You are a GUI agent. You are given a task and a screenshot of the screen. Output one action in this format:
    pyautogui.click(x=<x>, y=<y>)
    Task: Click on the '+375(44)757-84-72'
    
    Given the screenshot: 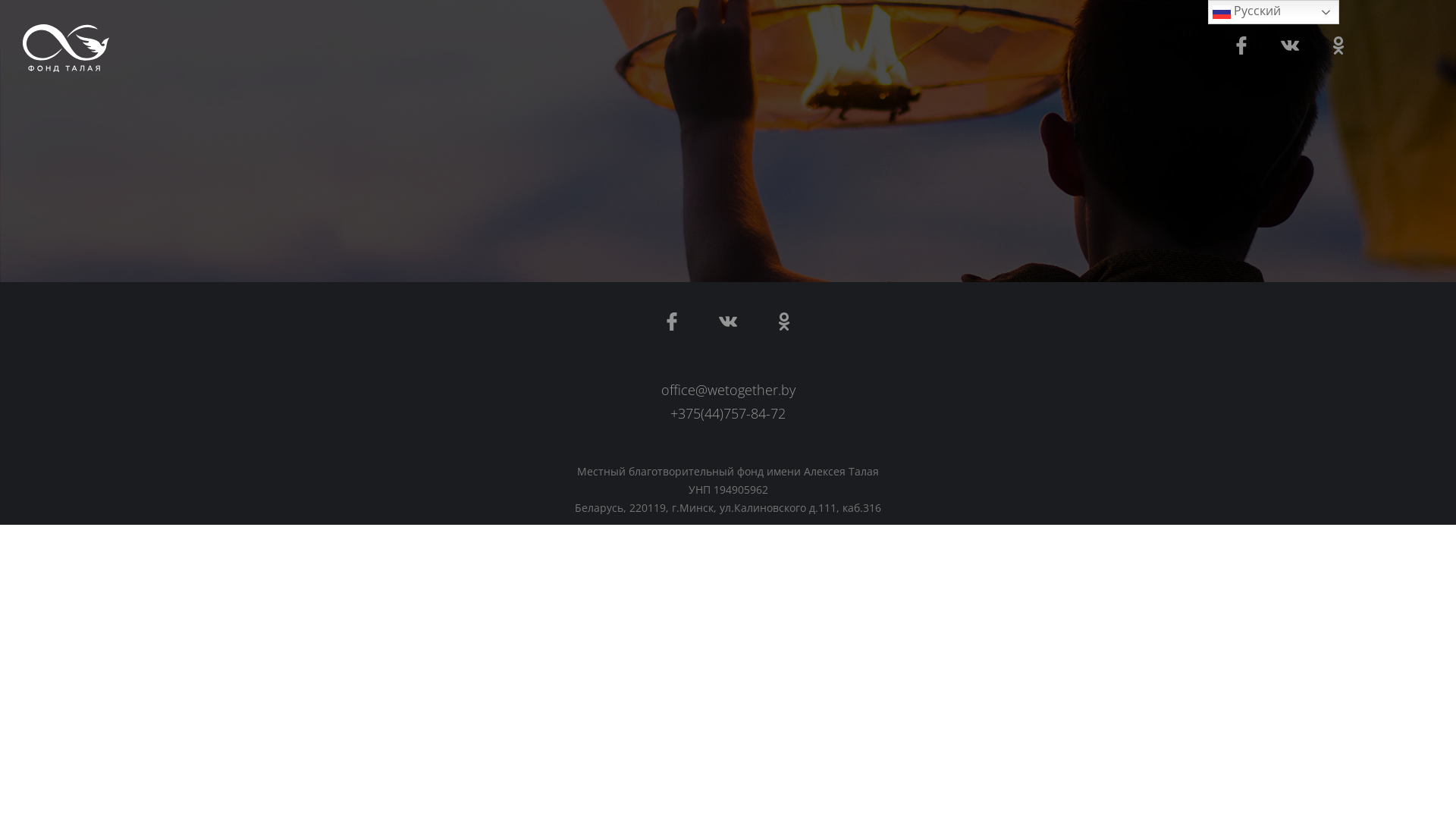 What is the action you would take?
    pyautogui.click(x=728, y=413)
    